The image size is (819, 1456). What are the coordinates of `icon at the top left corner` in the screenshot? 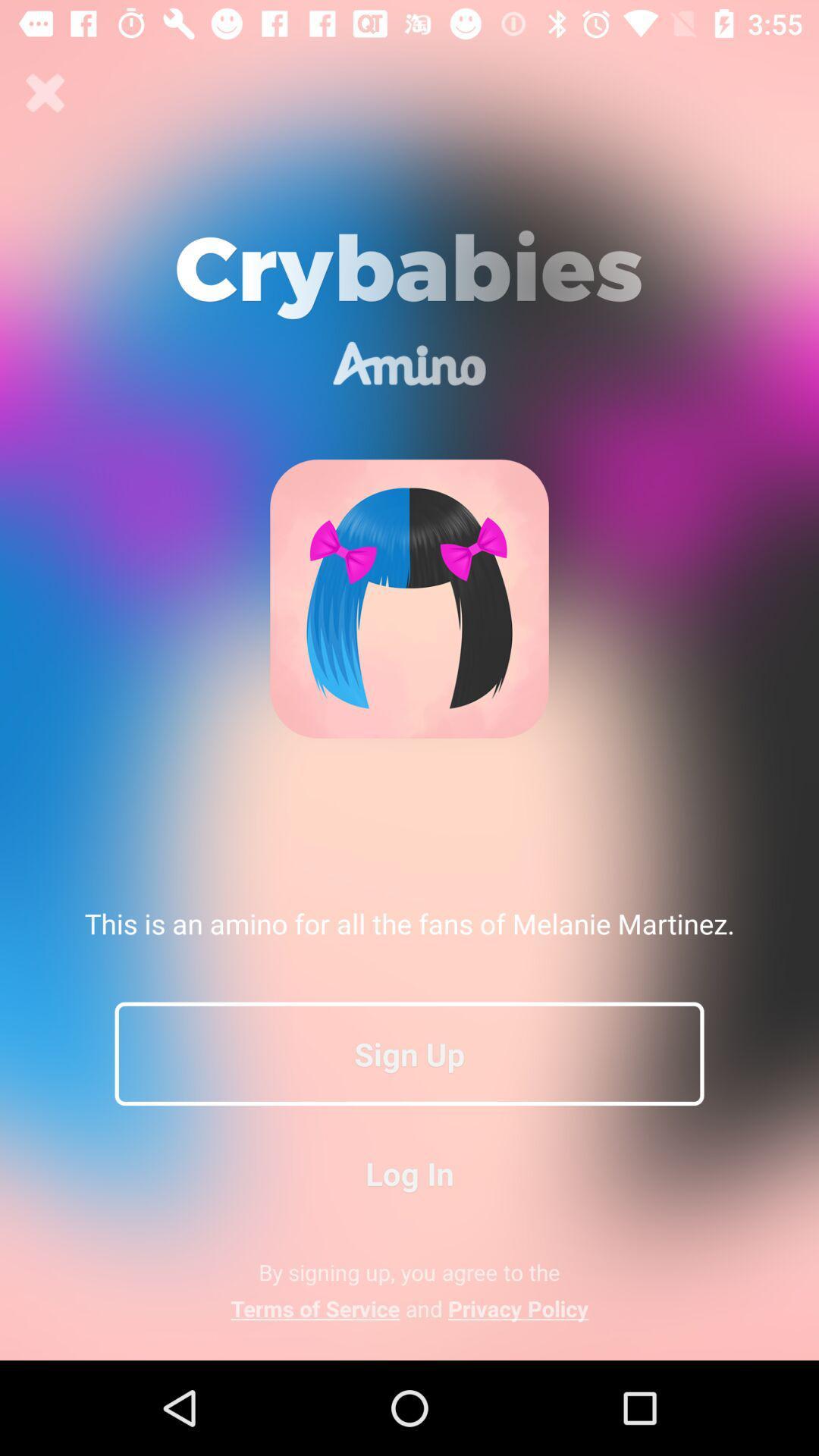 It's located at (45, 93).